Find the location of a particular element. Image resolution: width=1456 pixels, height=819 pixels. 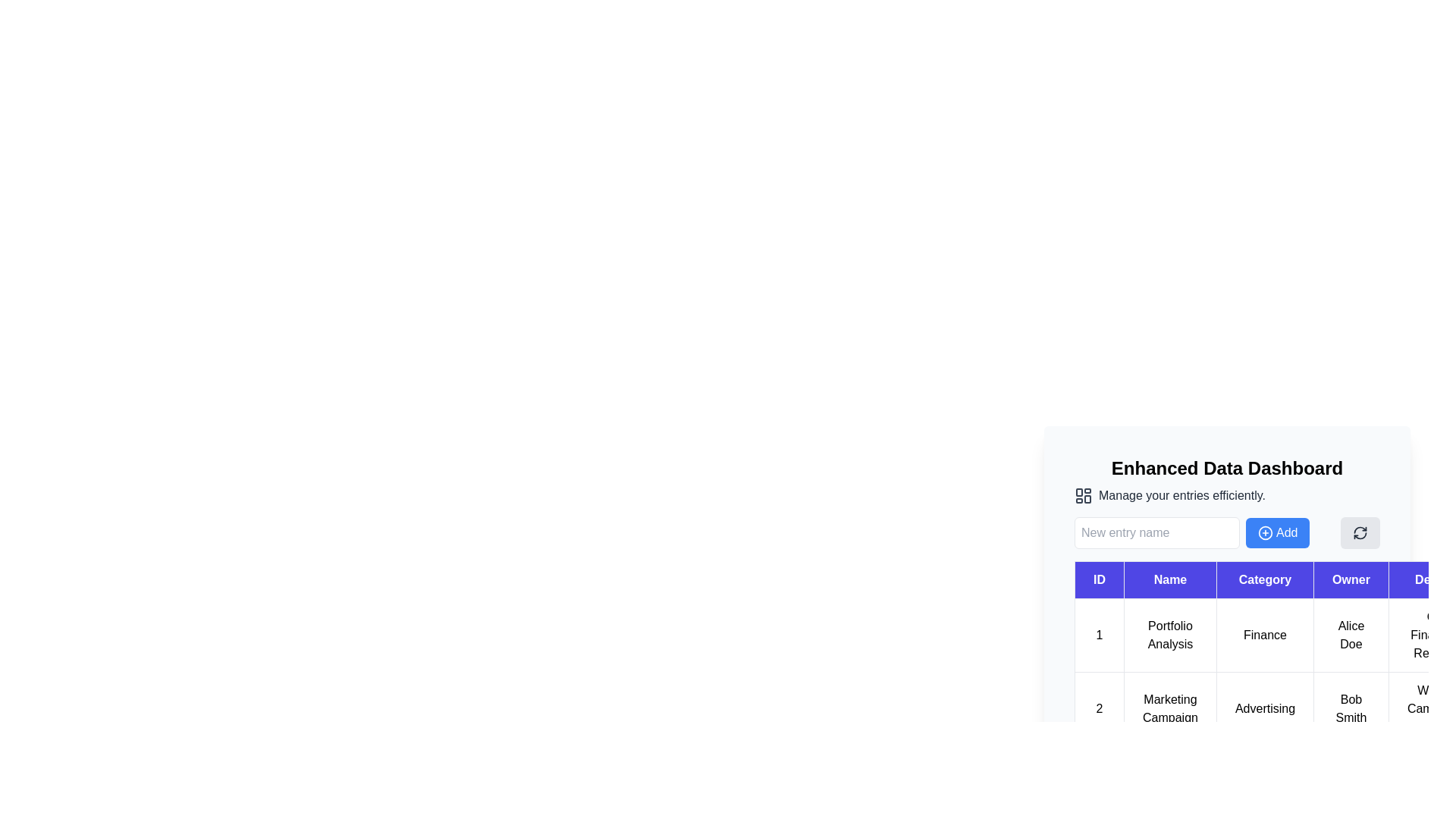

the text input field with placeholder text 'New entry name' is located at coordinates (1156, 532).